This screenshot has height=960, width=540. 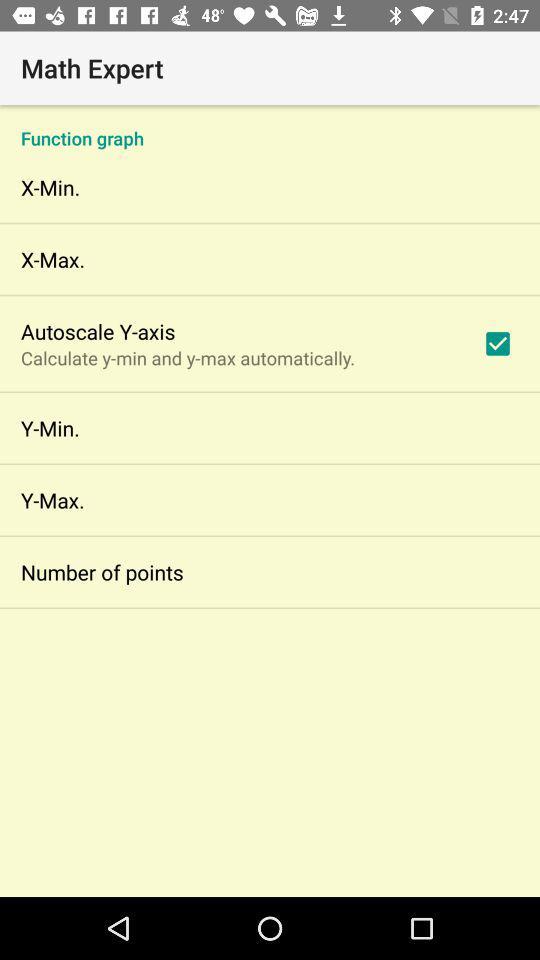 What do you see at coordinates (97, 331) in the screenshot?
I see `autoscale y-axis app` at bounding box center [97, 331].